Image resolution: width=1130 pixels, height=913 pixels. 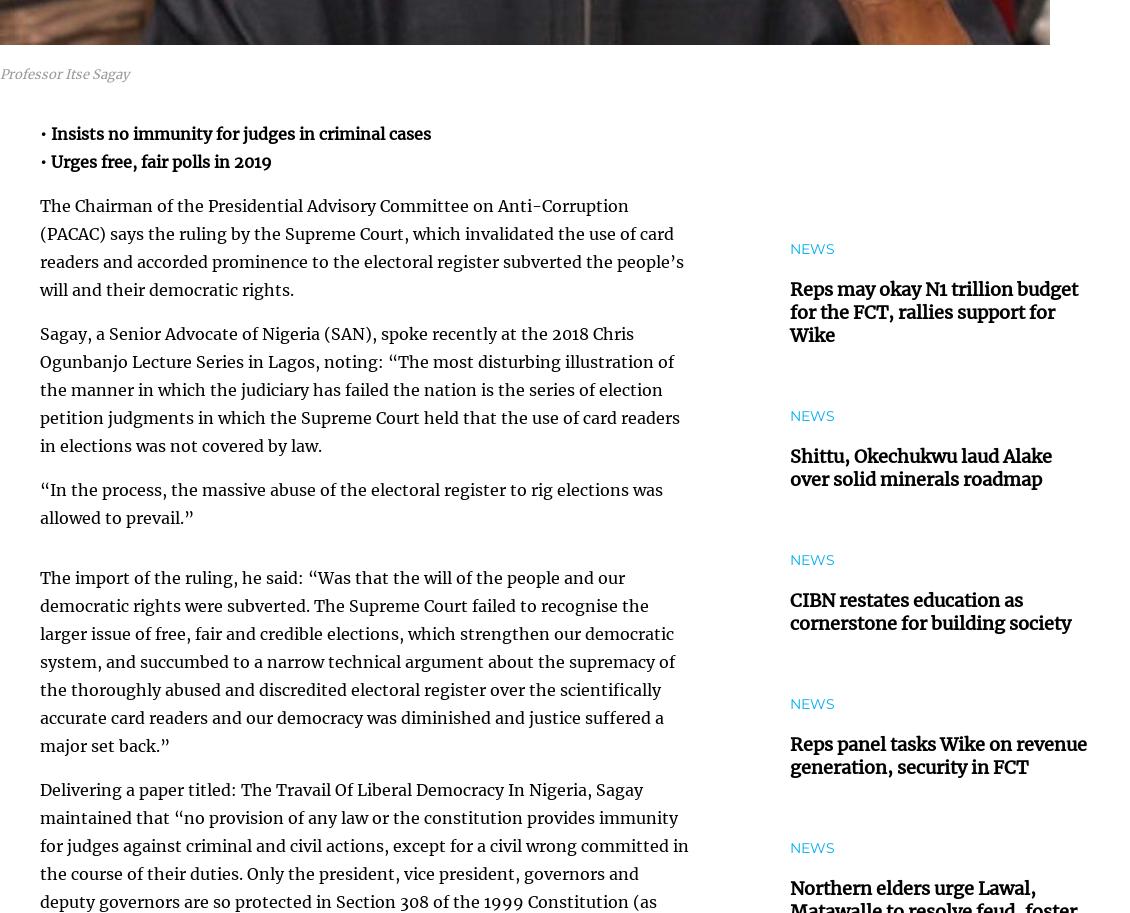 I want to click on 'CIBN restates education as cornerstone for  building society', so click(x=929, y=610).